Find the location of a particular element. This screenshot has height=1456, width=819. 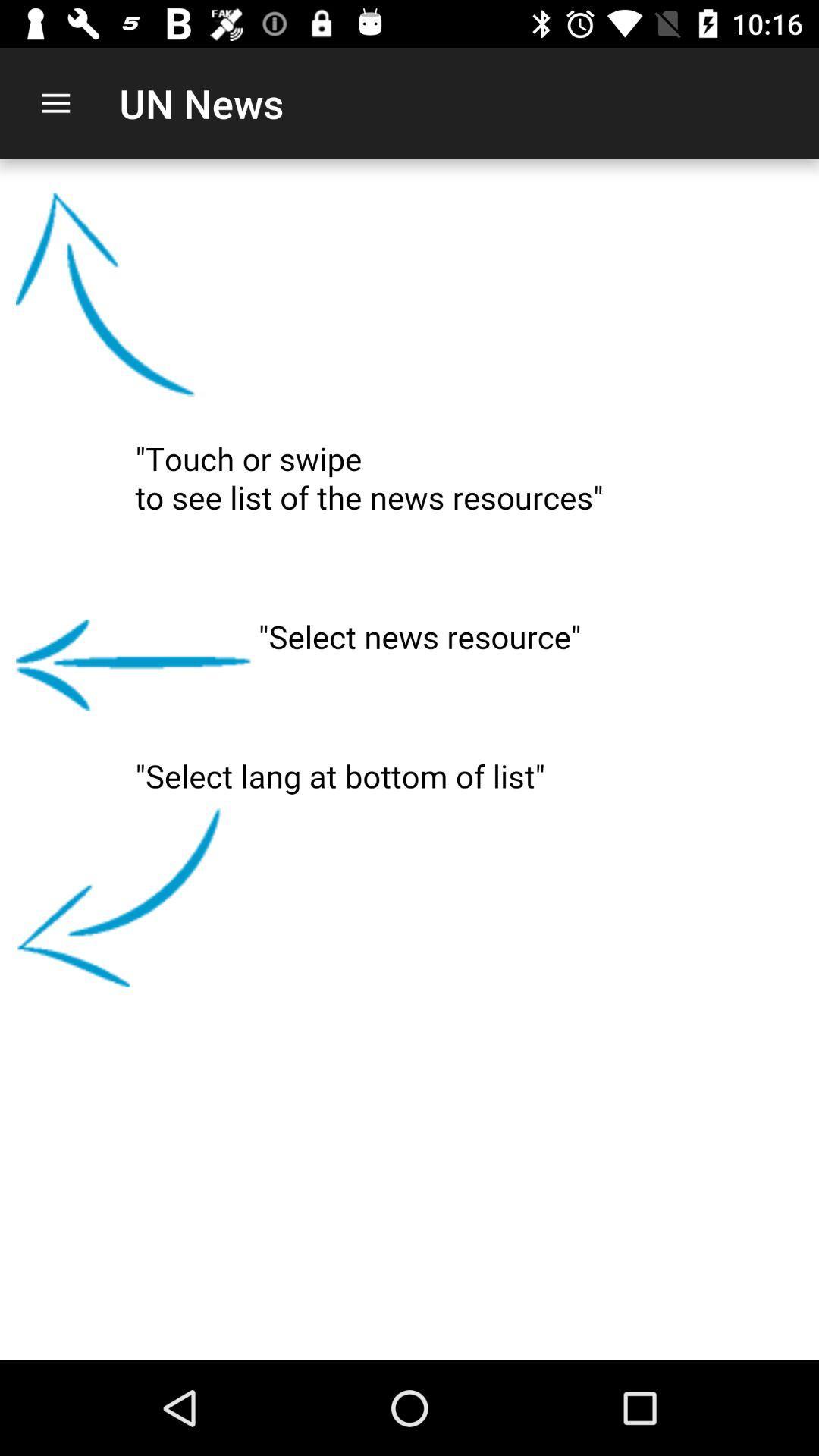

touchscreen directions is located at coordinates (409, 760).